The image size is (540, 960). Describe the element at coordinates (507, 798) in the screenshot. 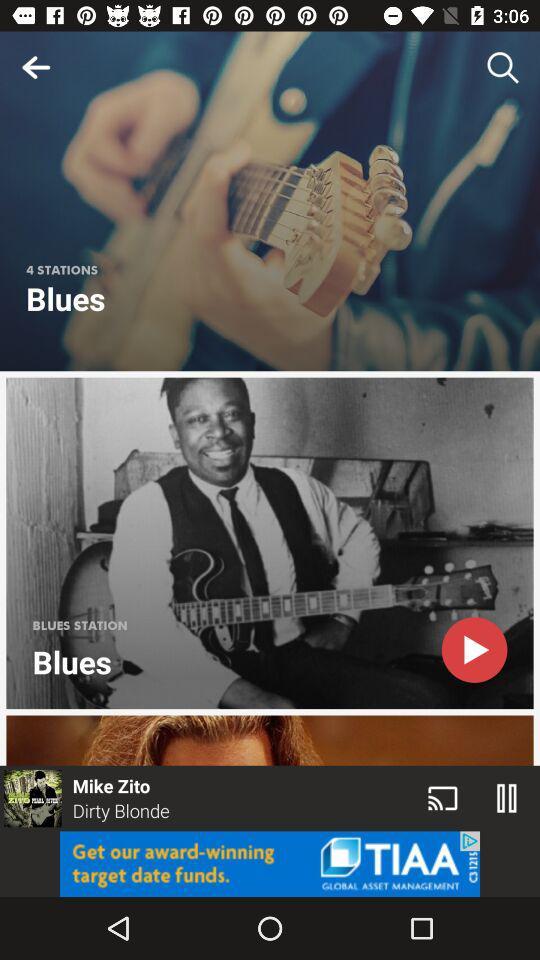

I see `the pause icon` at that location.